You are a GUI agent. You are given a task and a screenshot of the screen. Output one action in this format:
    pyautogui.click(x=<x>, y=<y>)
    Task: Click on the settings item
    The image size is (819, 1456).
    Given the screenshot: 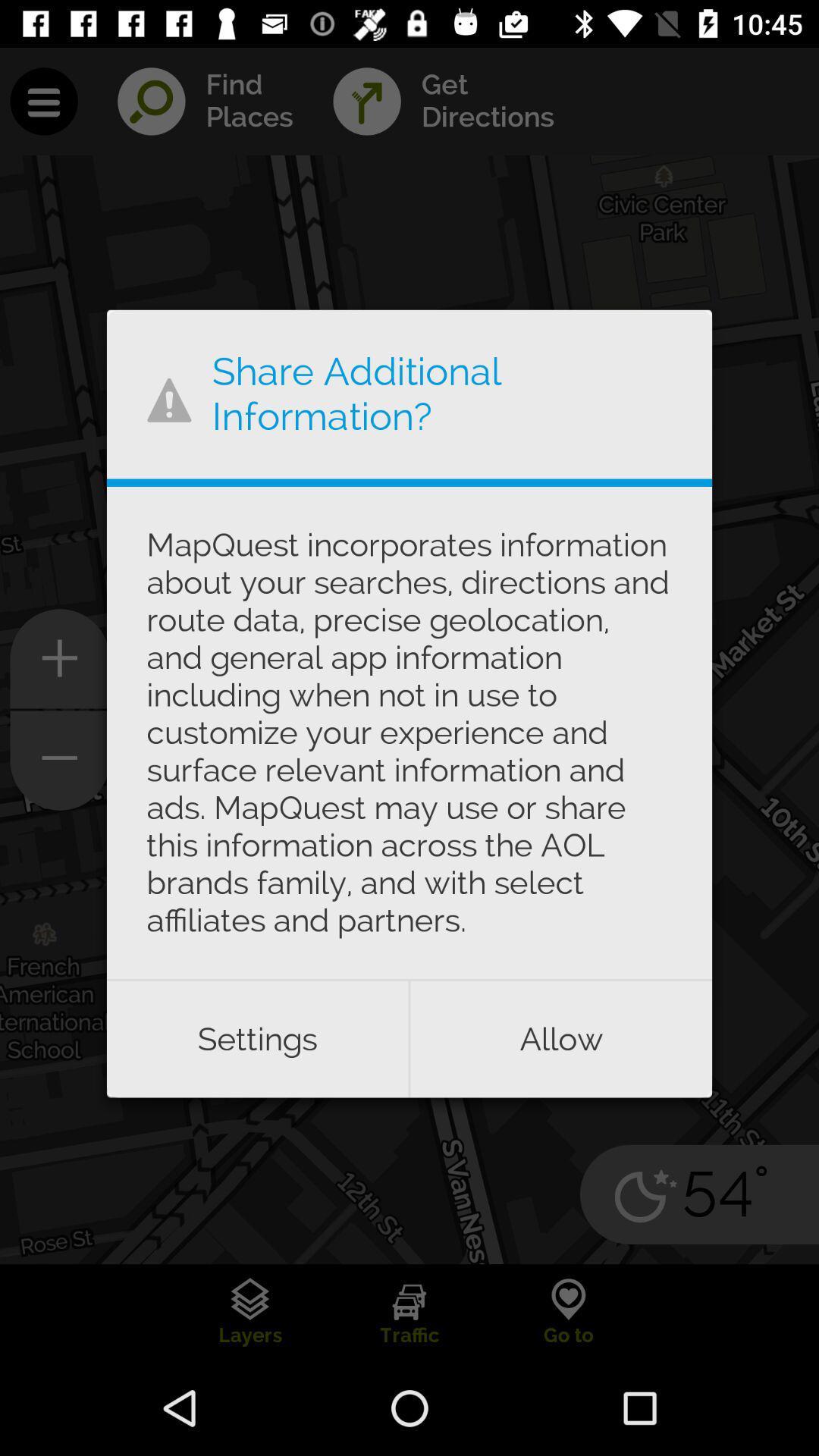 What is the action you would take?
    pyautogui.click(x=256, y=1038)
    